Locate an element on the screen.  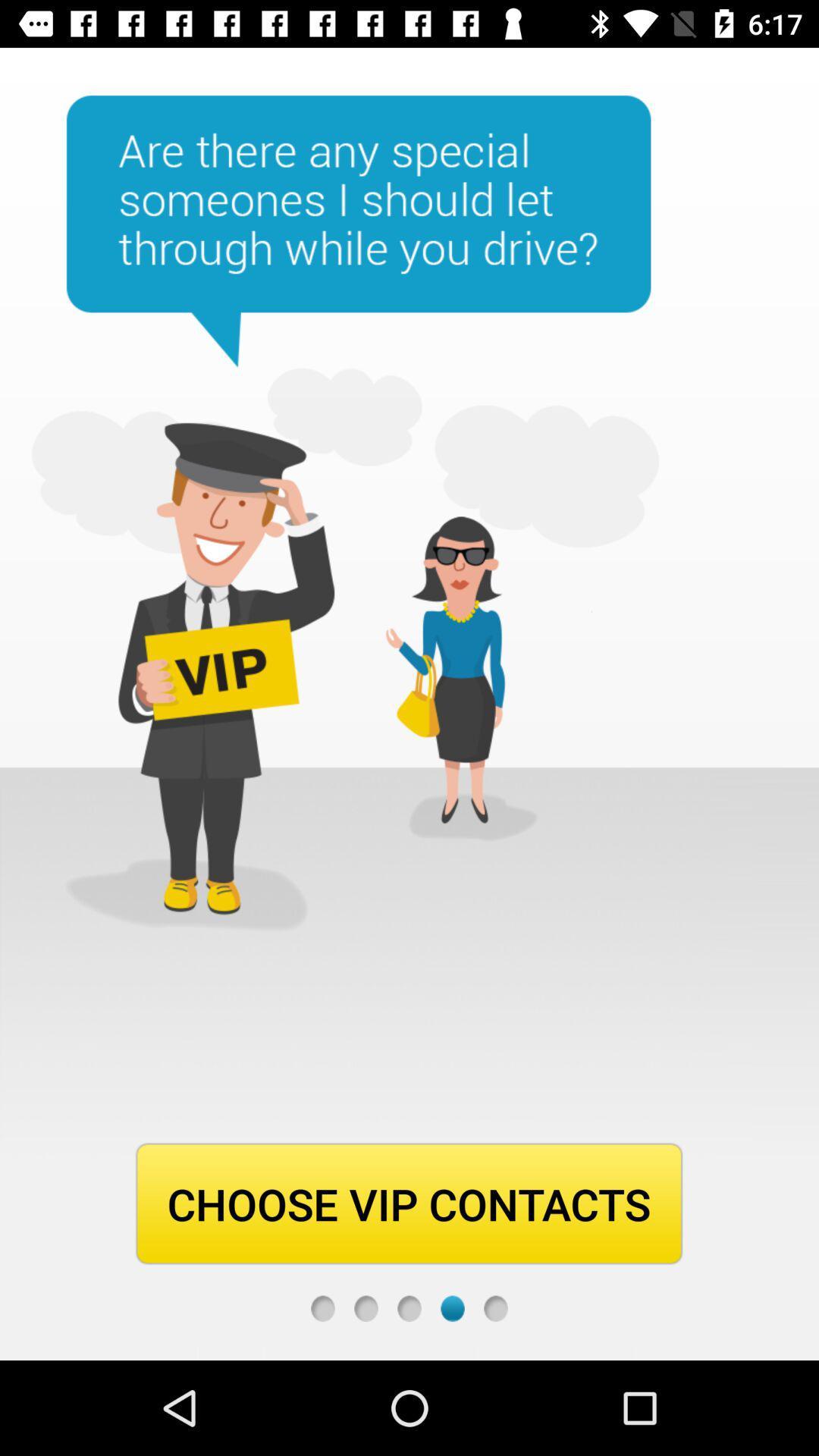
next is located at coordinates (496, 1307).